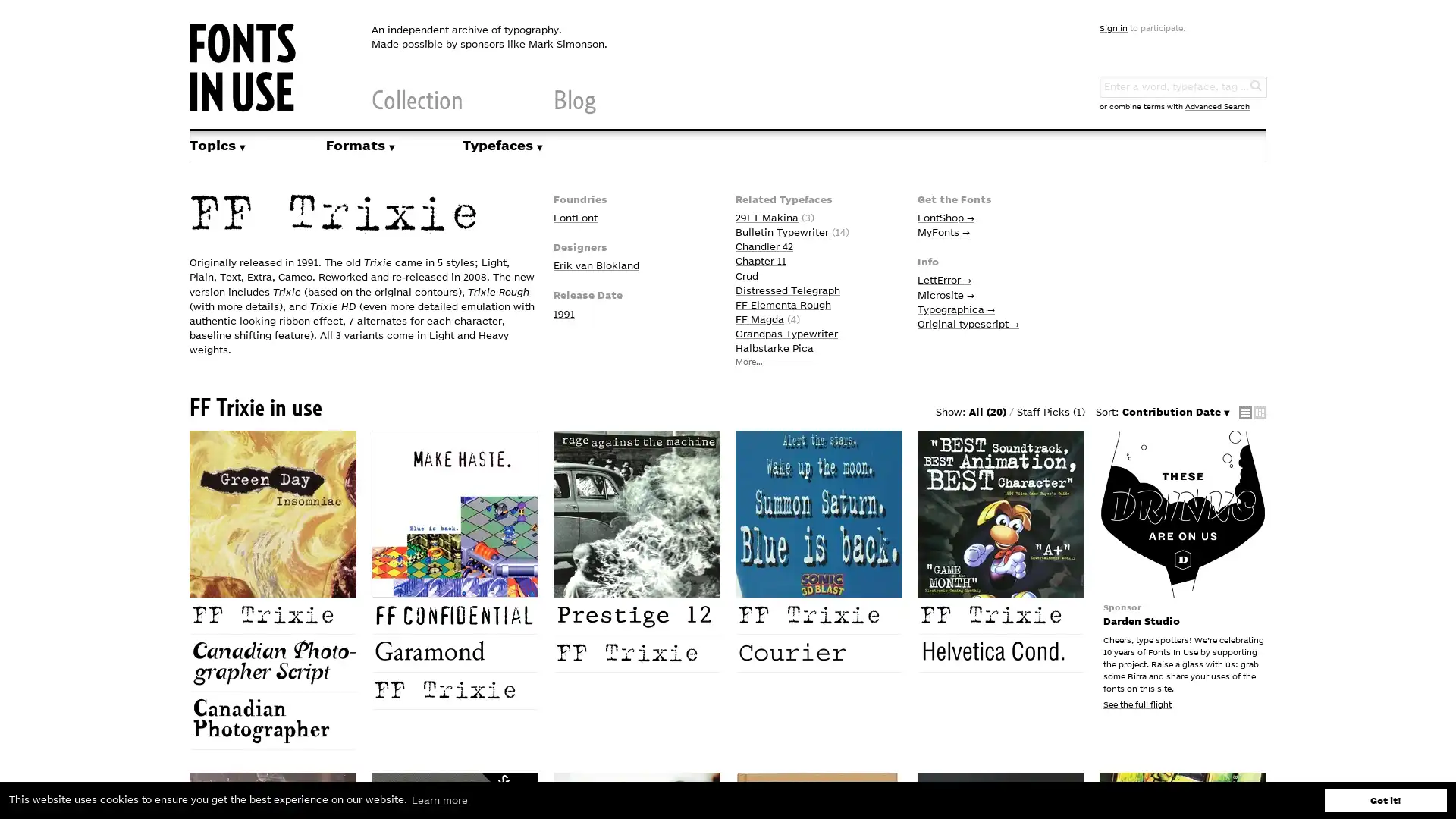 The height and width of the screenshot is (819, 1456). What do you see at coordinates (439, 799) in the screenshot?
I see `learn more about cookies` at bounding box center [439, 799].